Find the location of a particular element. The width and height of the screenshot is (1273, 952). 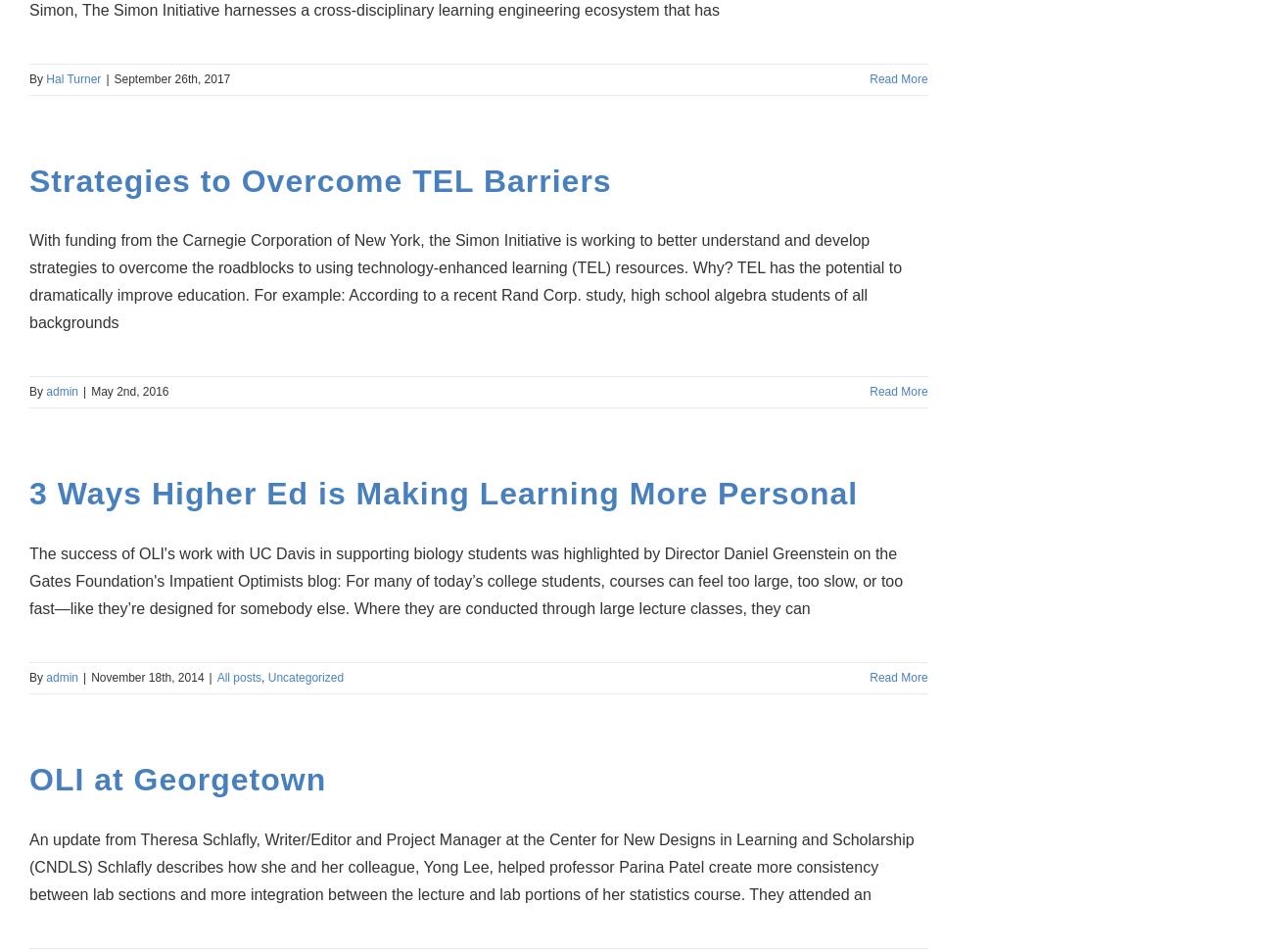

'3 Ways Higher Ed is Making Learning More Personal' is located at coordinates (443, 493).